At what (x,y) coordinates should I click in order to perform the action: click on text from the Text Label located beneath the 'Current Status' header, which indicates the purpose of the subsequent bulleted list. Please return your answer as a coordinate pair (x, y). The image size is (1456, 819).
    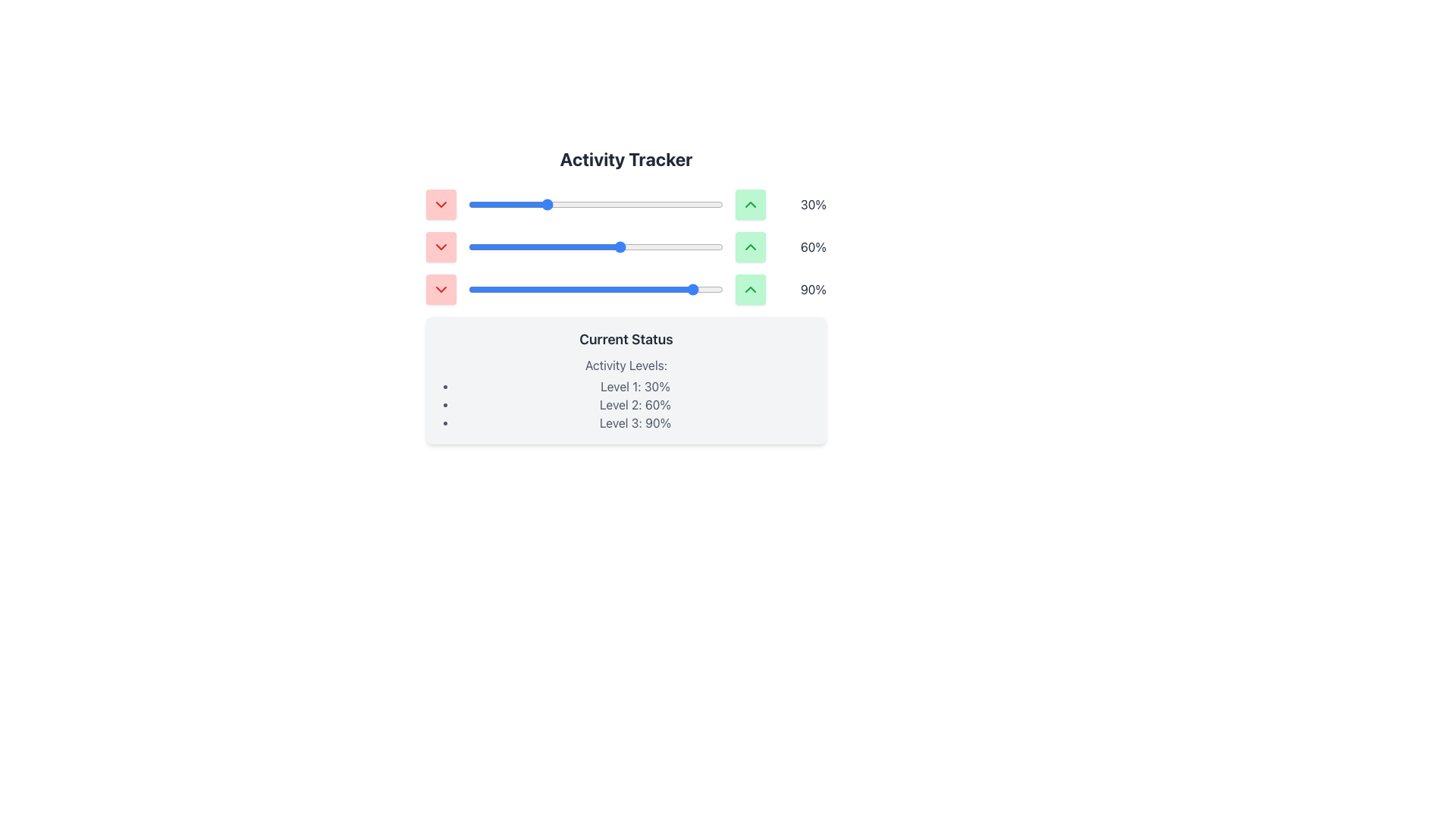
    Looking at the image, I should click on (626, 366).